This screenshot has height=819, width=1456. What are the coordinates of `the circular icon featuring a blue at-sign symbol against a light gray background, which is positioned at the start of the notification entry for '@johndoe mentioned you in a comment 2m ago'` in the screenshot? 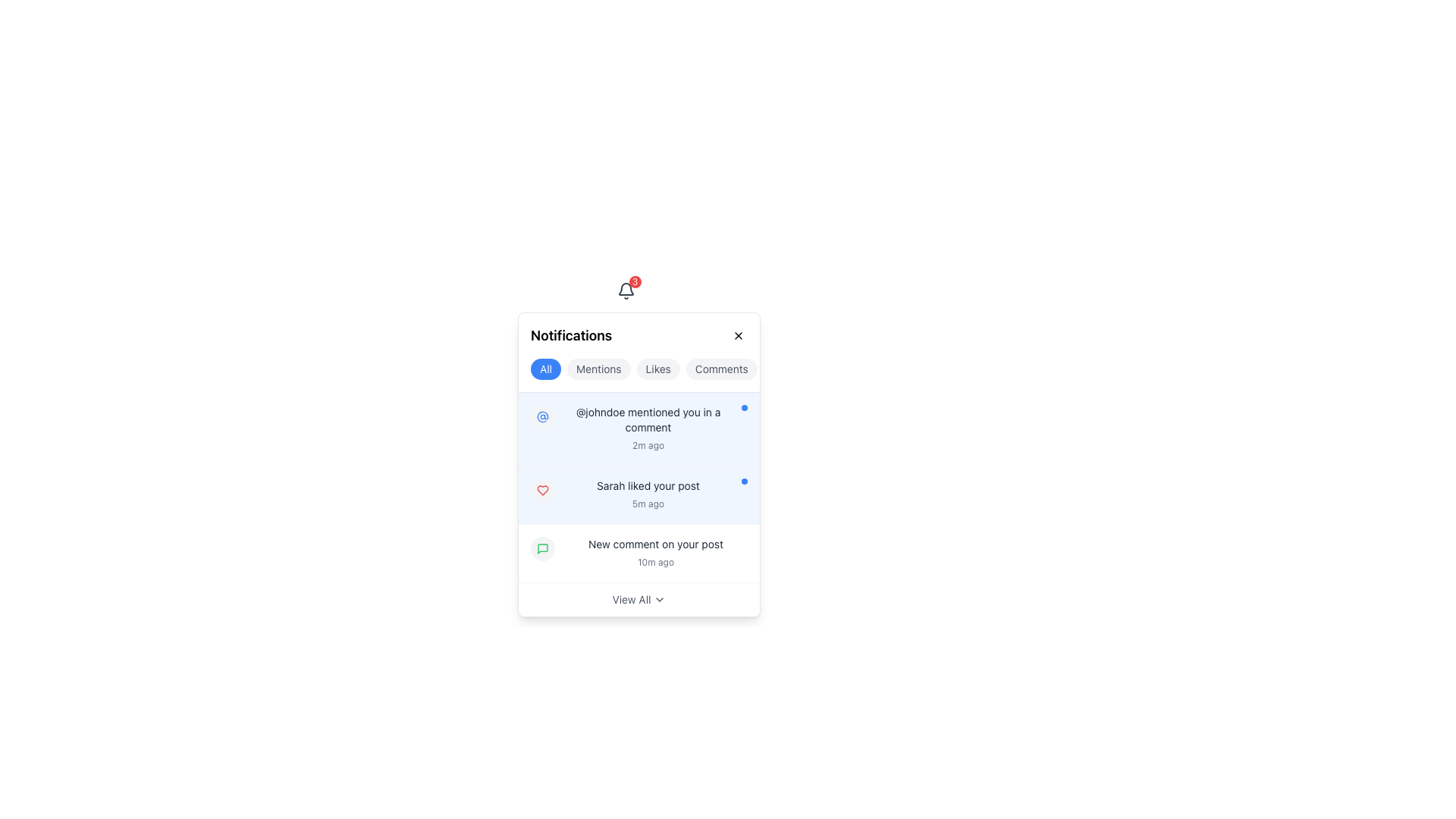 It's located at (542, 417).